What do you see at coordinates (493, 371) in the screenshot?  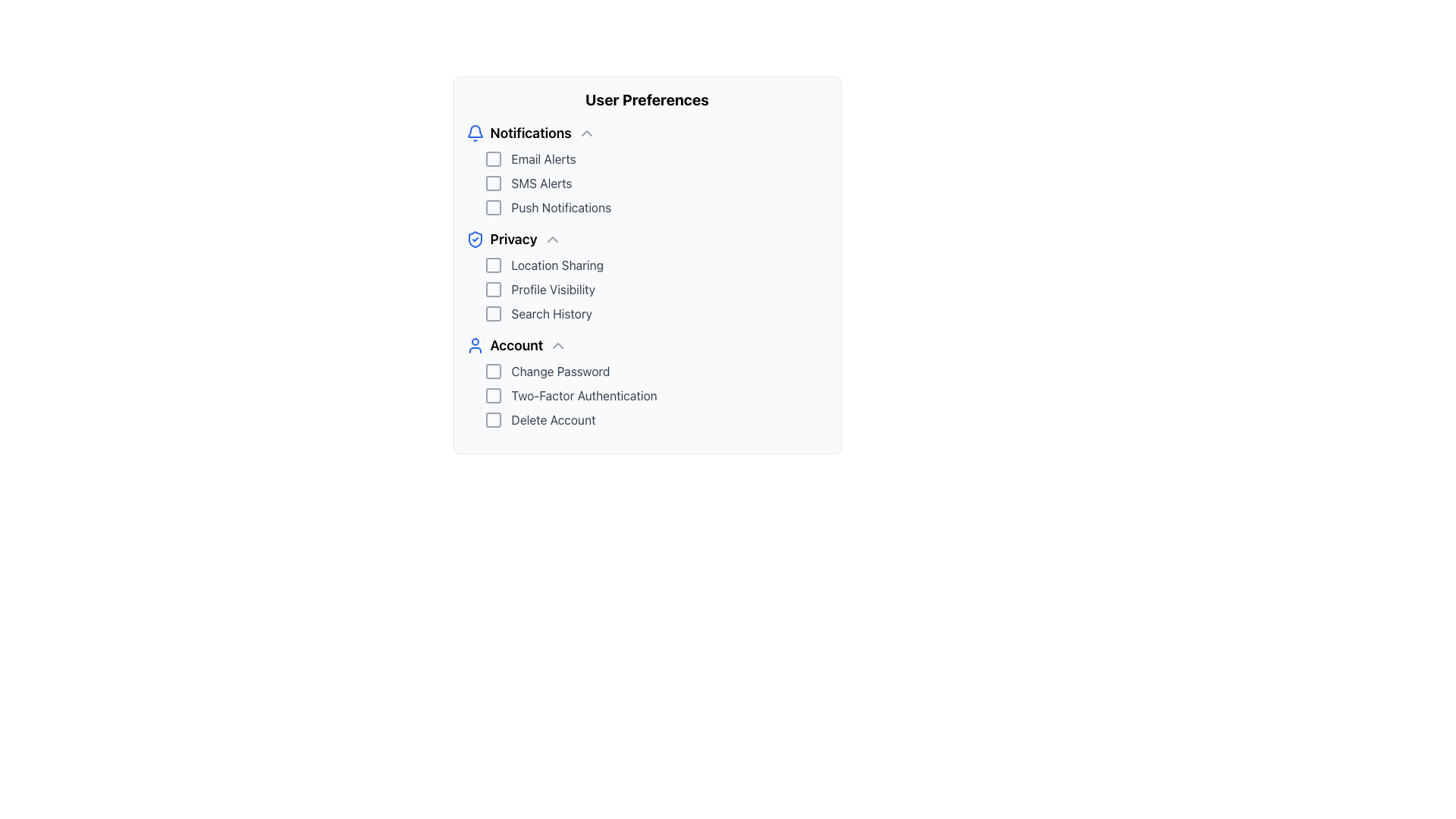 I see `the selectable checkbox for the 'Change Password' option in the 'Account' section` at bounding box center [493, 371].